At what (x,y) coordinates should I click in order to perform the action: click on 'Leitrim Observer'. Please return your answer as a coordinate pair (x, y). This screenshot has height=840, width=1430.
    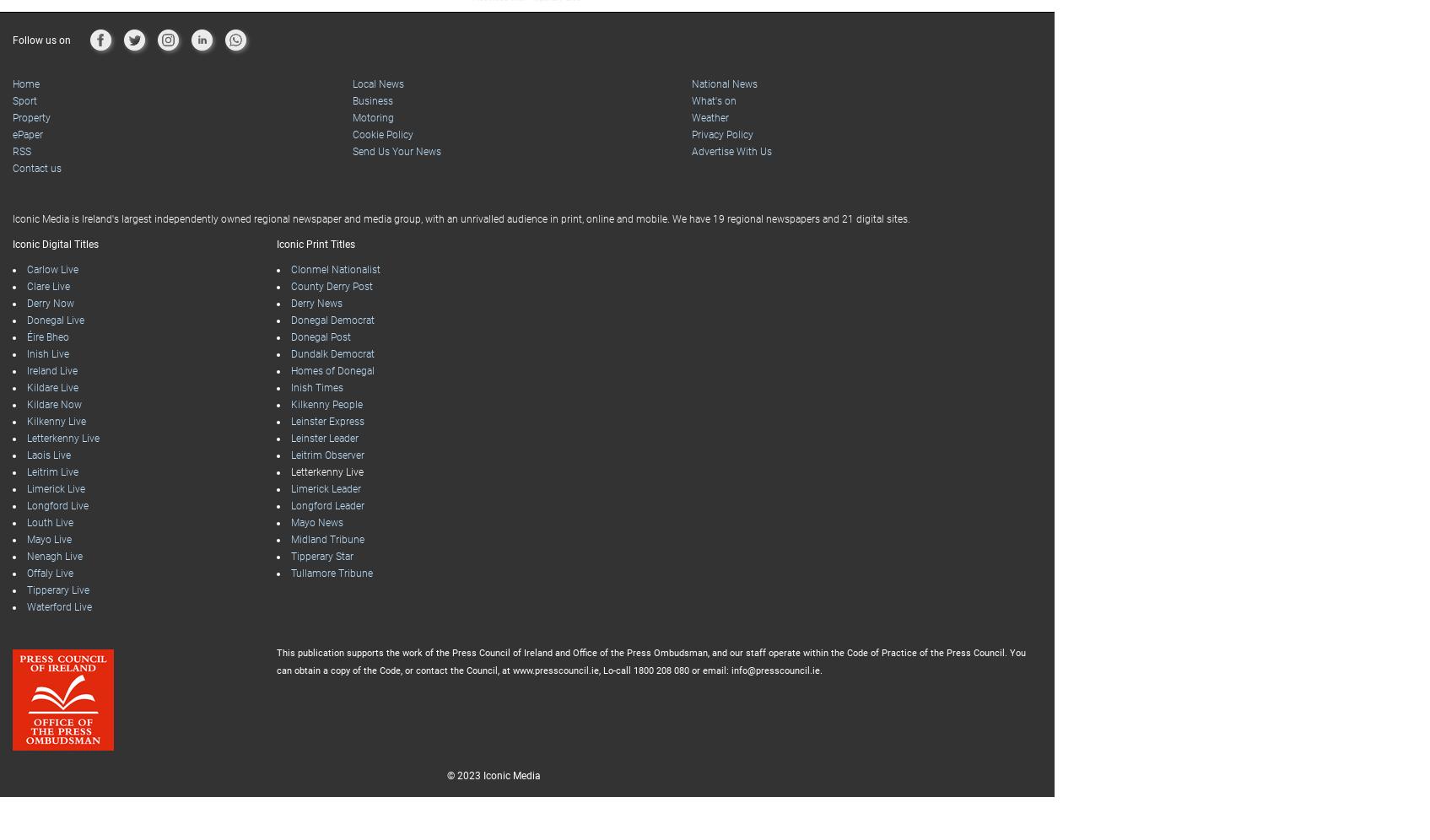
    Looking at the image, I should click on (326, 455).